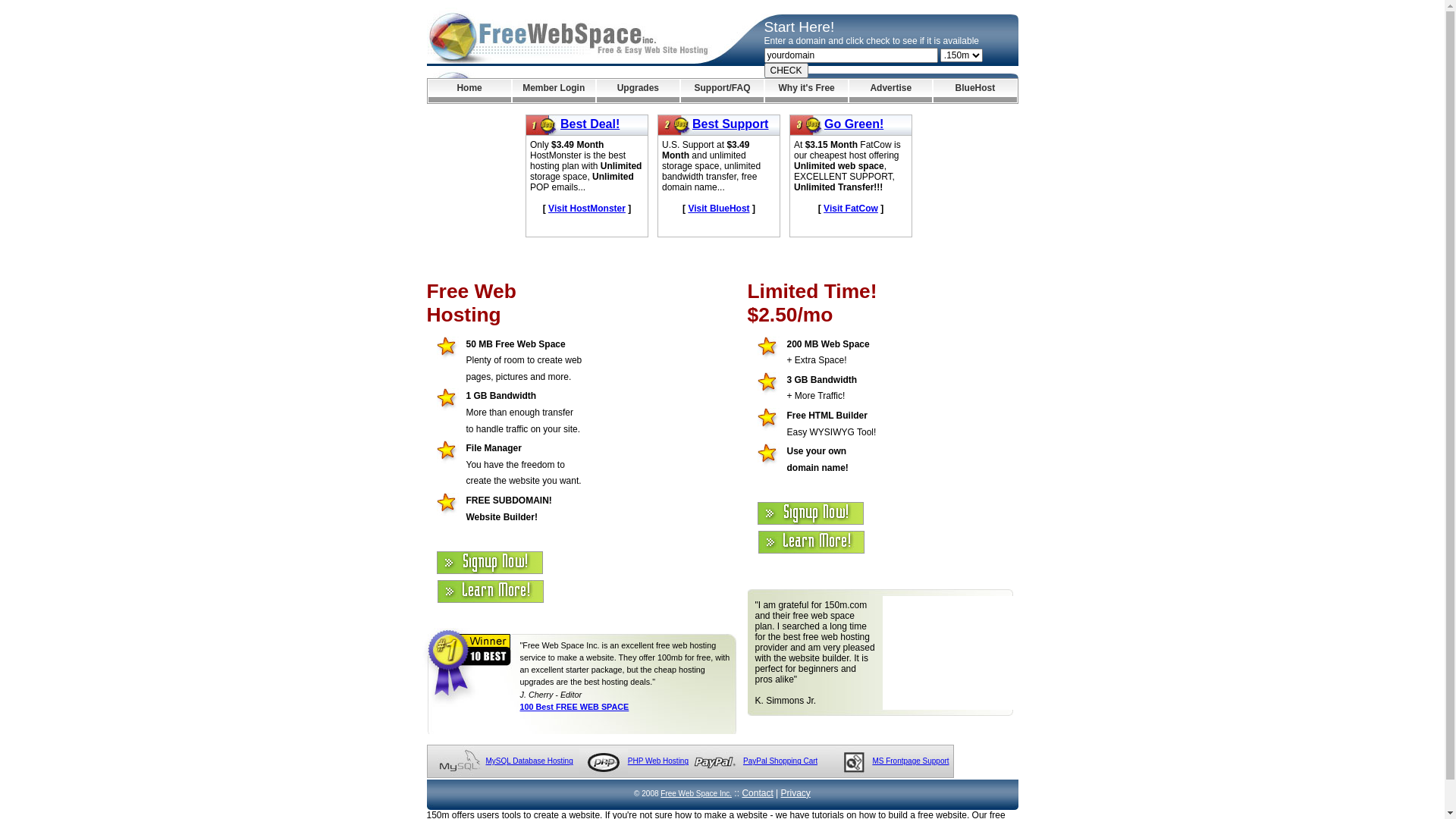 The height and width of the screenshot is (819, 1456). Describe the element at coordinates (513, 90) in the screenshot. I see `'Member Login'` at that location.